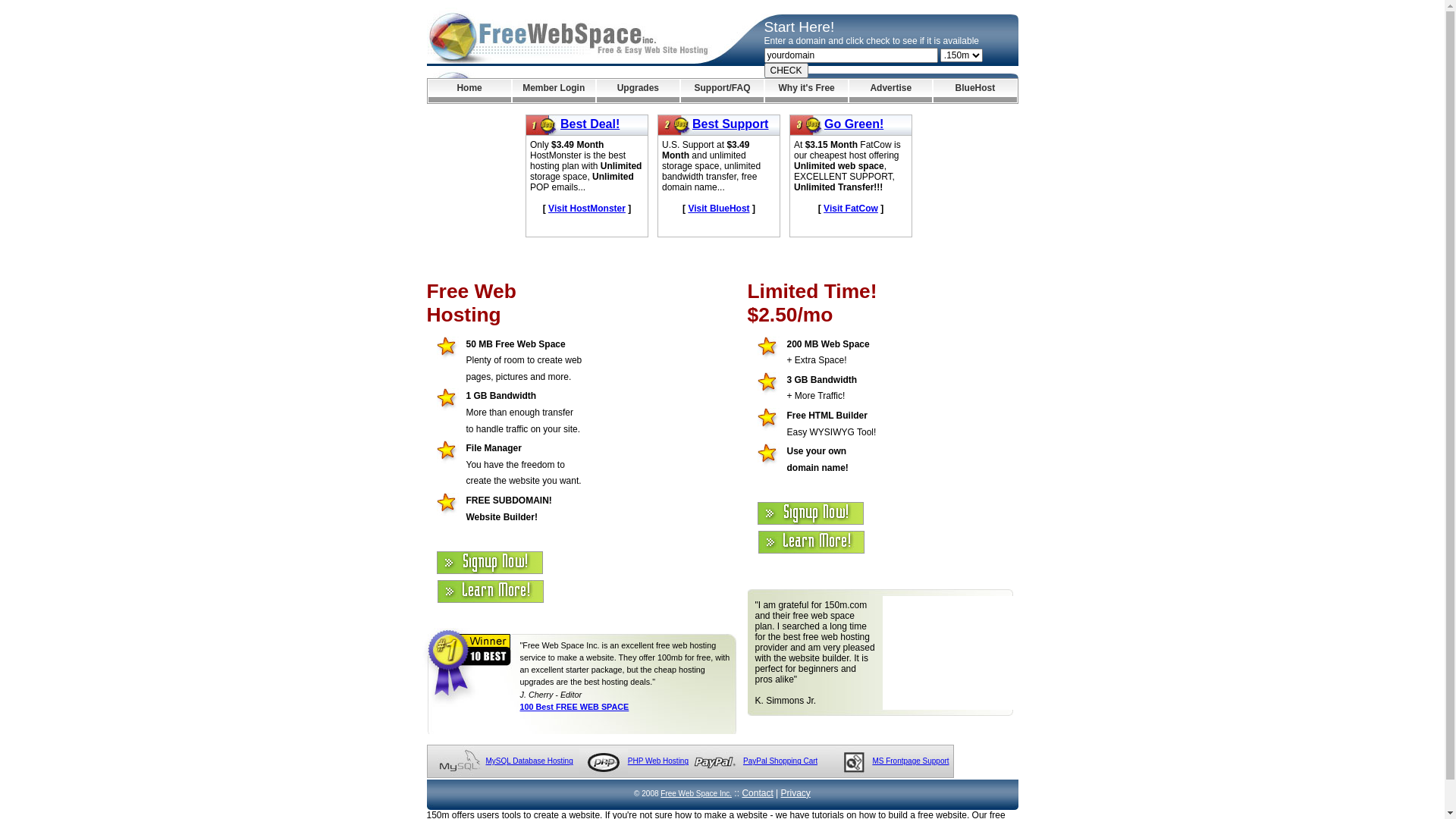 The height and width of the screenshot is (819, 1456). Describe the element at coordinates (513, 90) in the screenshot. I see `'Member Login'` at that location.